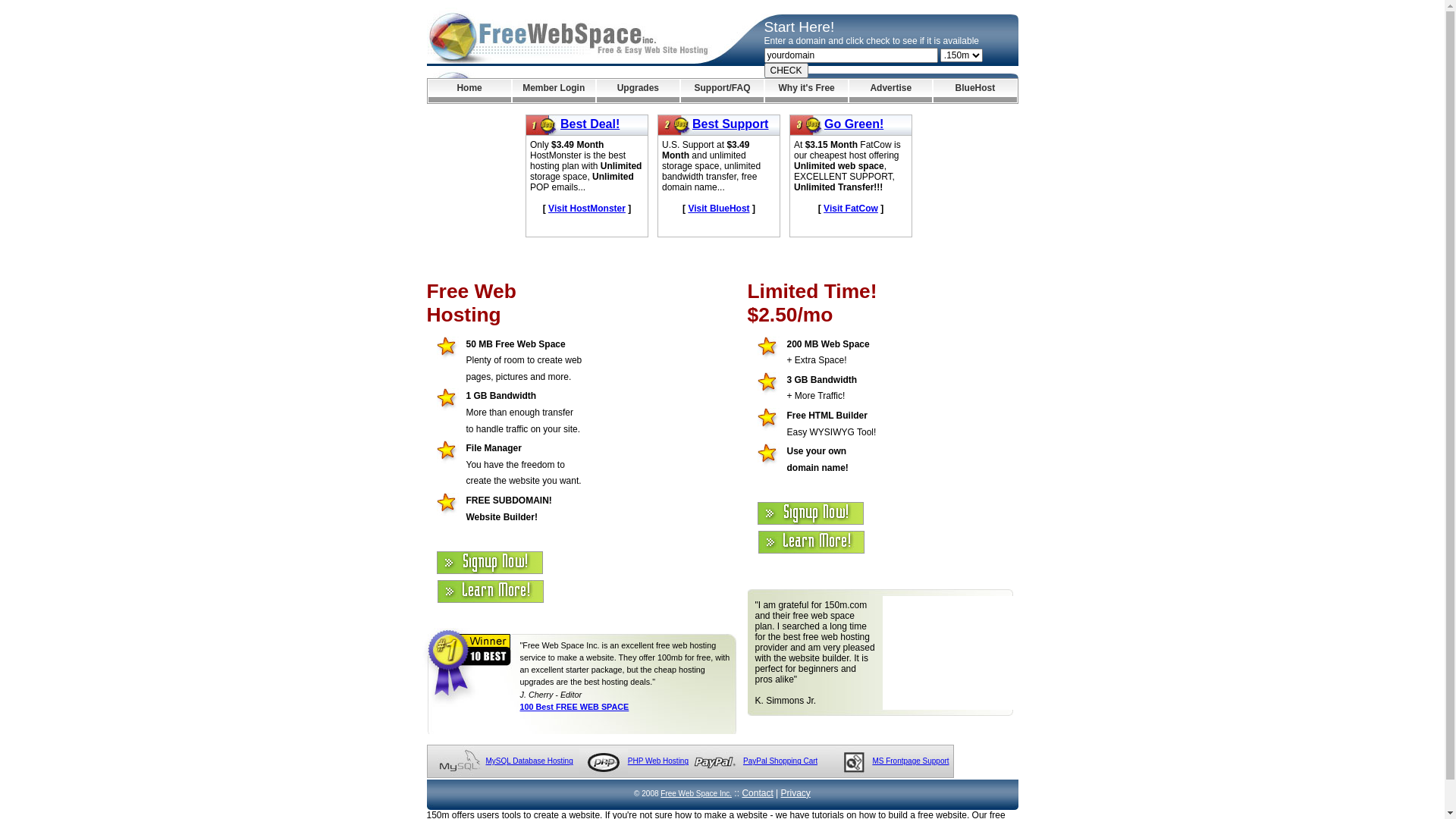 The height and width of the screenshot is (819, 1456). Describe the element at coordinates (513, 90) in the screenshot. I see `'Member Login'` at that location.